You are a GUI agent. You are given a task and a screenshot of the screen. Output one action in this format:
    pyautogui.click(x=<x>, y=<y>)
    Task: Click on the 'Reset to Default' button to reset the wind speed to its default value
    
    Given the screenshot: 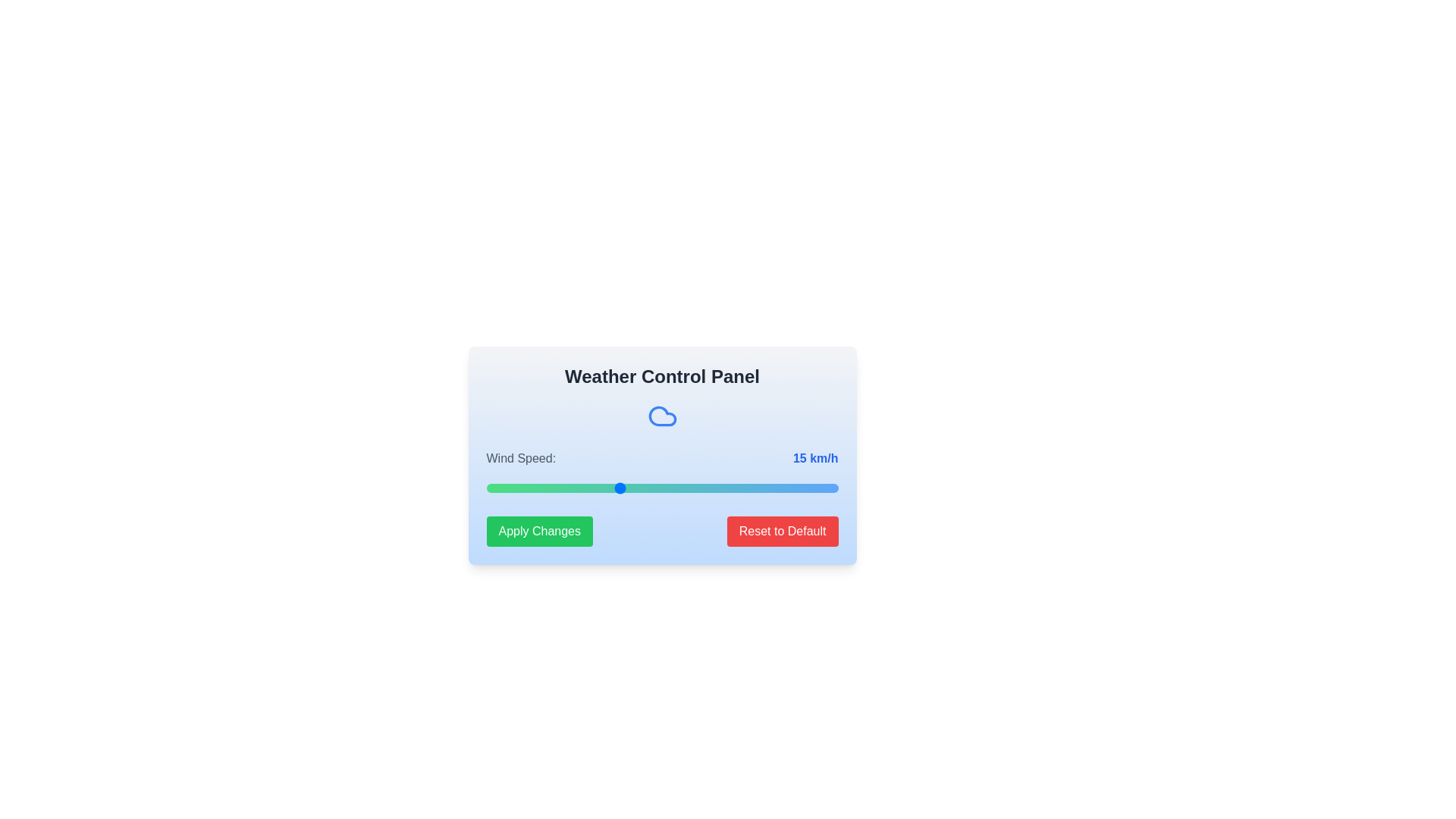 What is the action you would take?
    pyautogui.click(x=783, y=531)
    